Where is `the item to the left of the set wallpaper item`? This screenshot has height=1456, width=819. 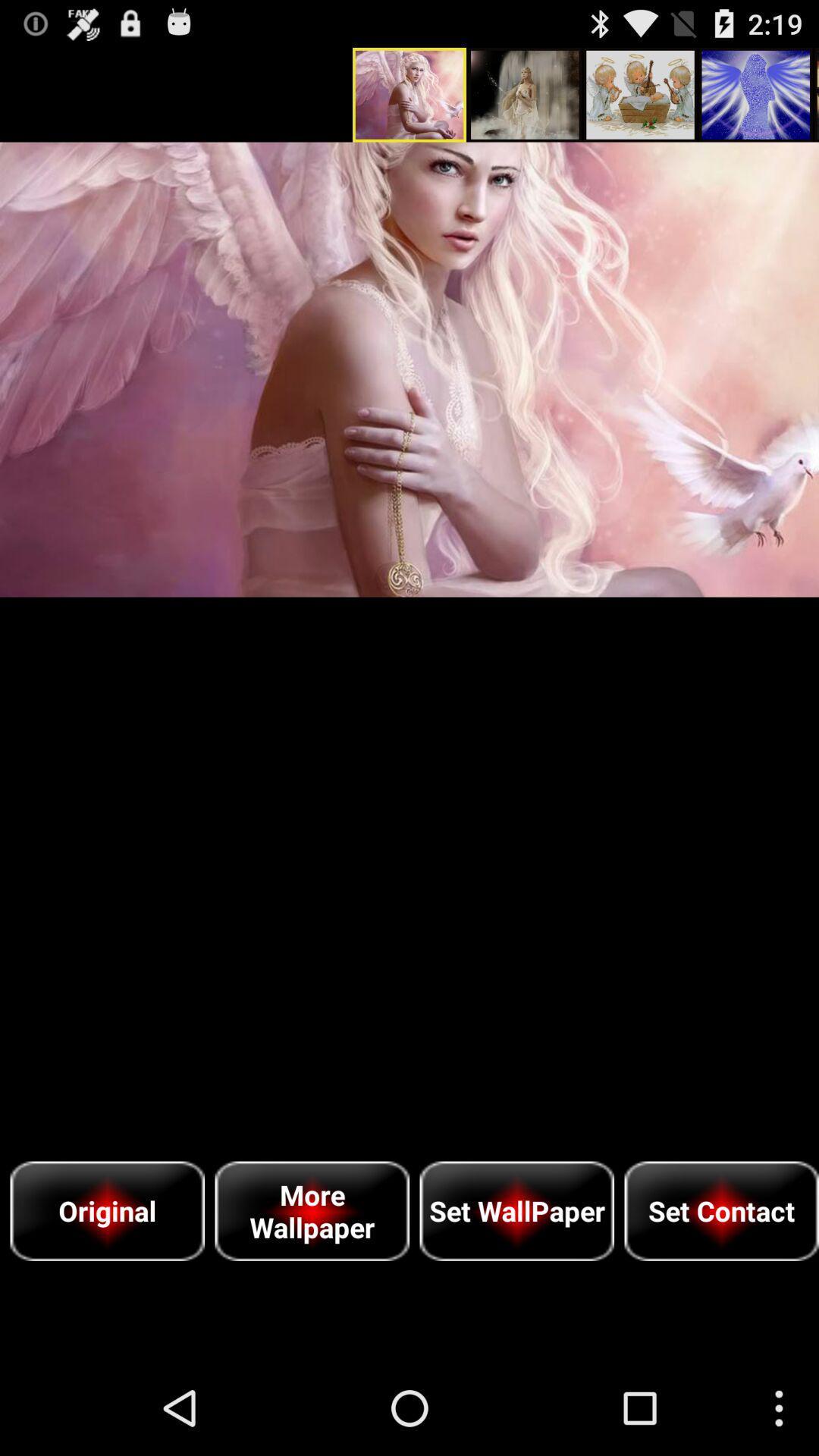 the item to the left of the set wallpaper item is located at coordinates (311, 1210).